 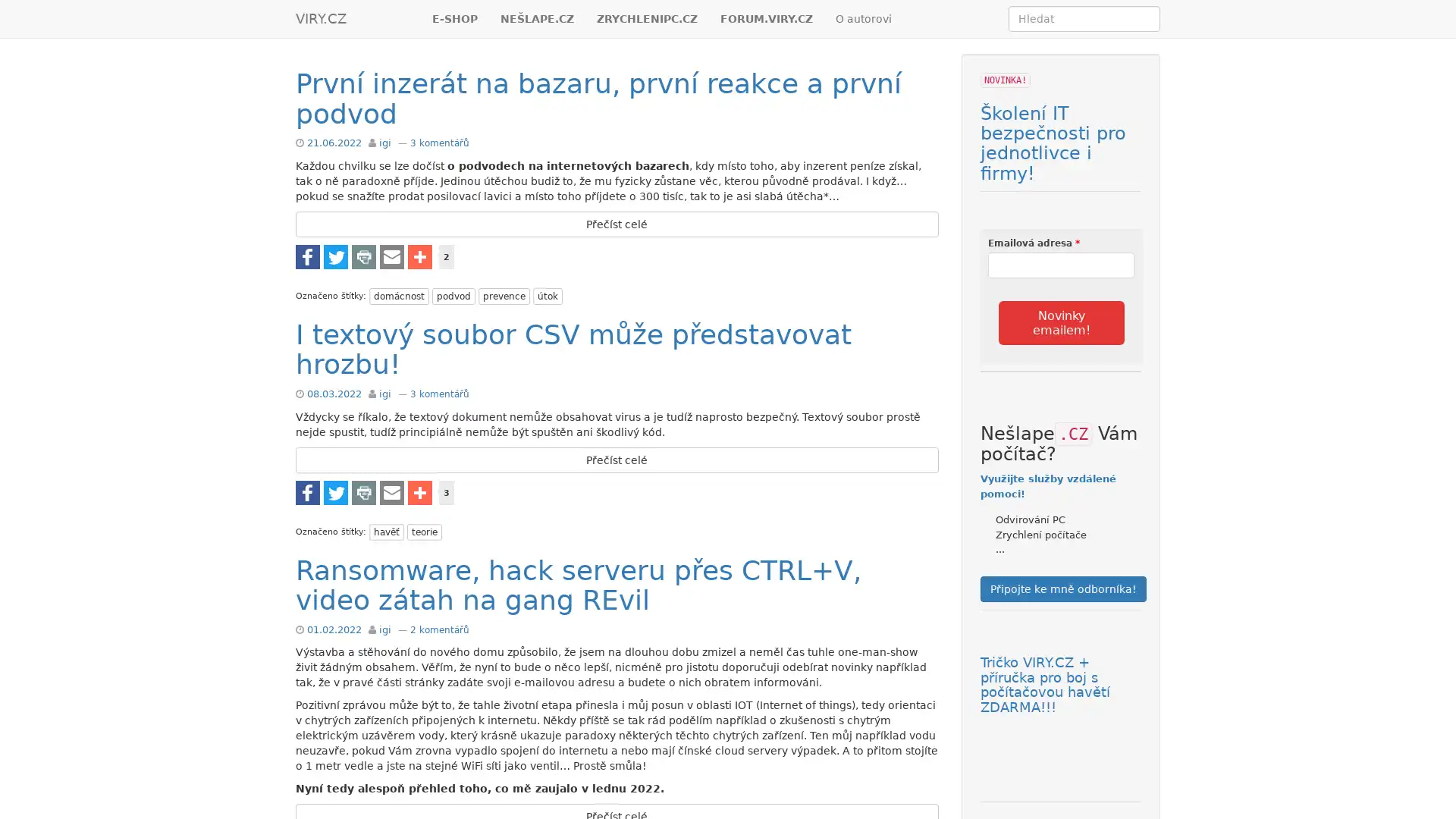 I want to click on Share to E-mail, so click(x=392, y=256).